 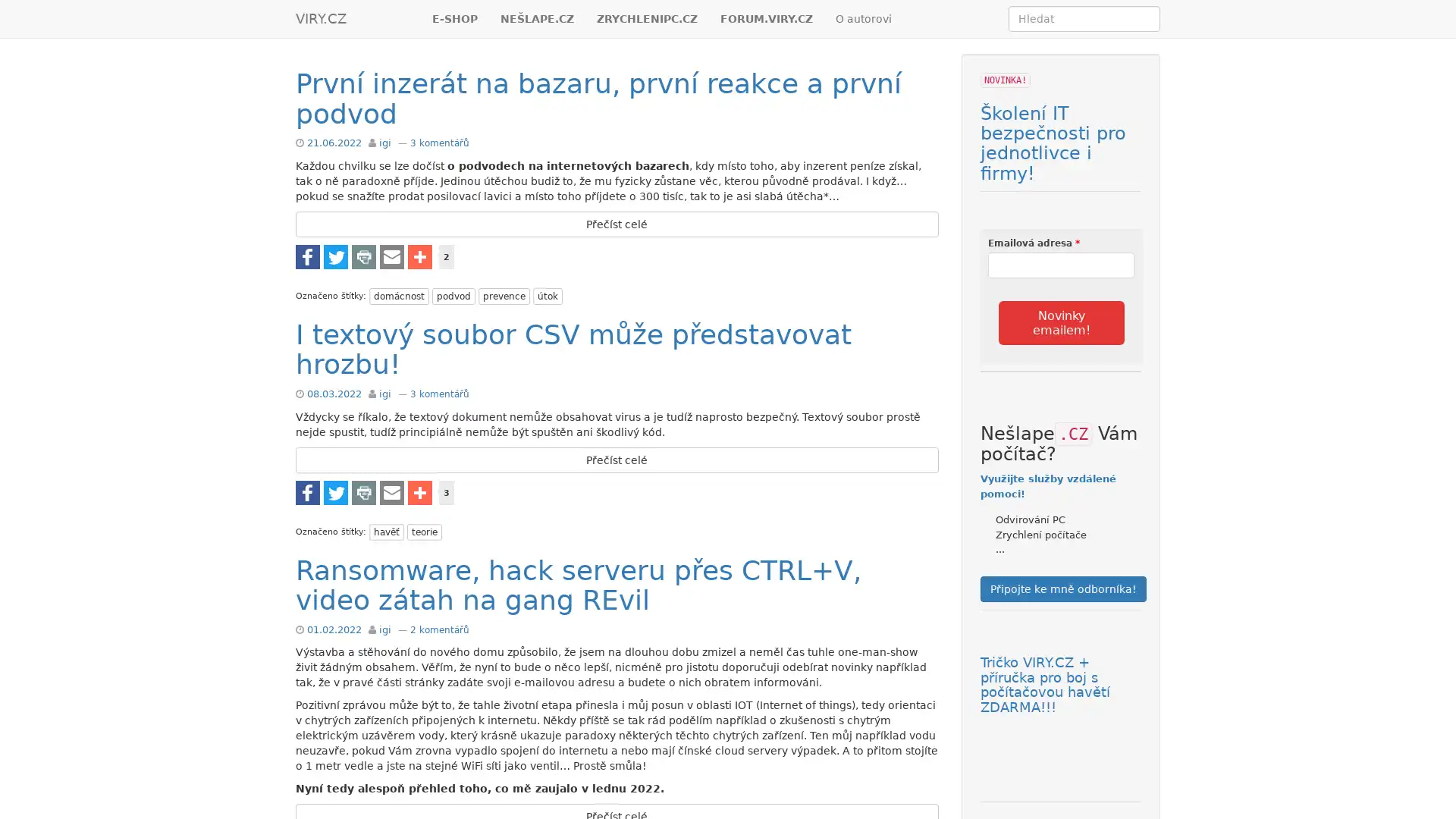 I want to click on Share to E-mail, so click(x=392, y=256).